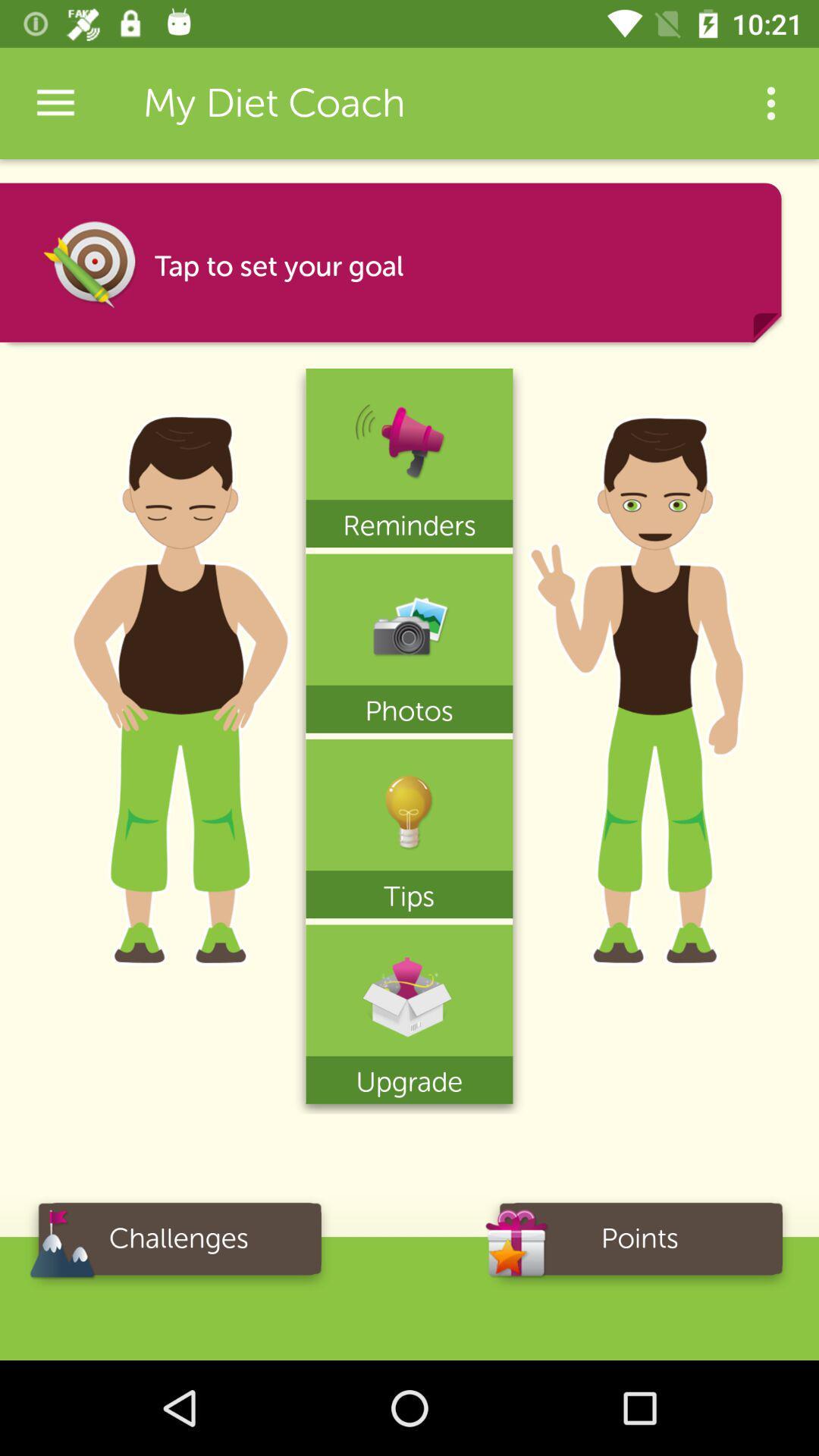 Image resolution: width=819 pixels, height=1456 pixels. What do you see at coordinates (771, 102) in the screenshot?
I see `item at the top right corner` at bounding box center [771, 102].